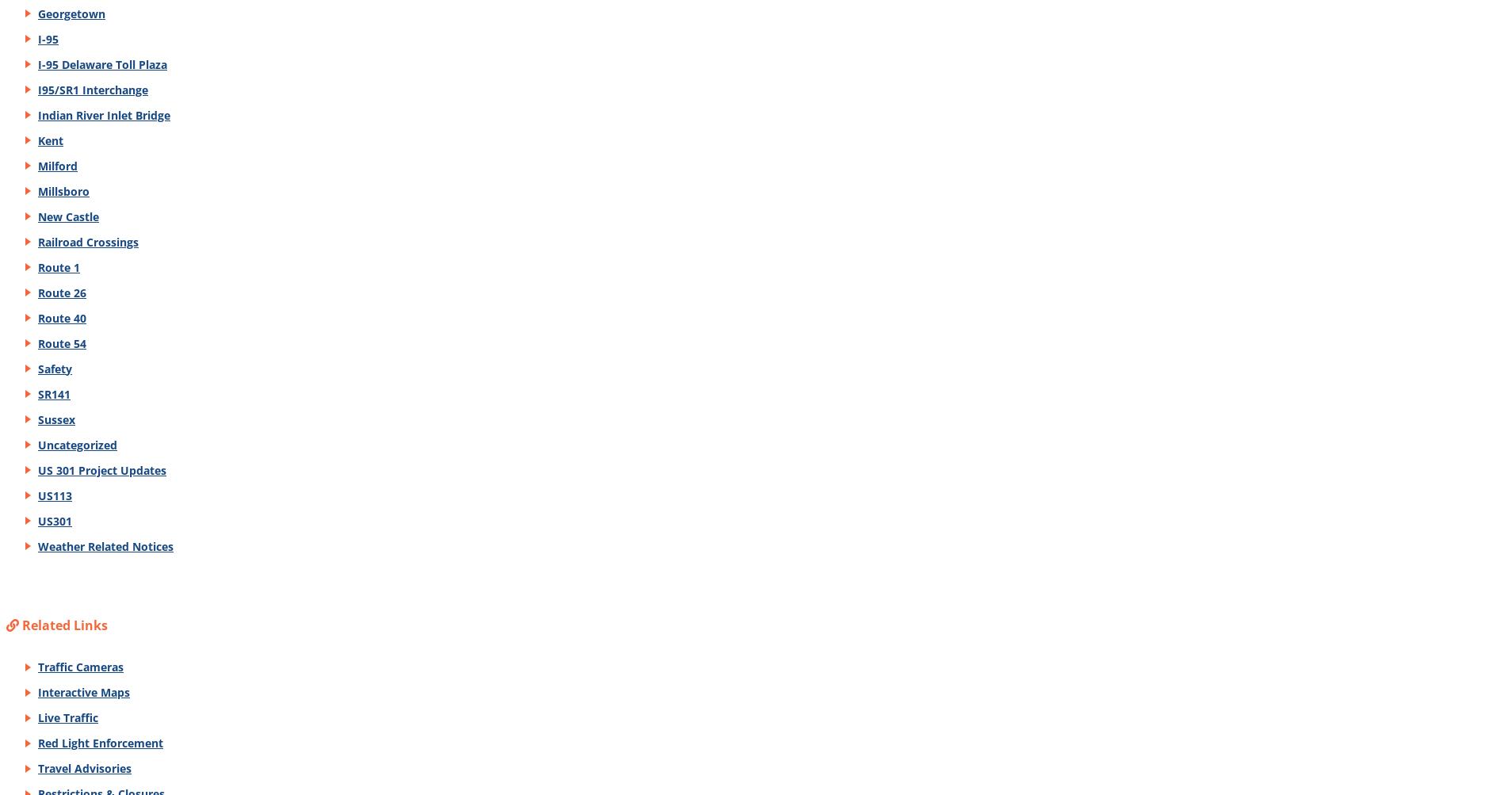 The image size is (1512, 795). Describe the element at coordinates (92, 88) in the screenshot. I see `'I95/SR1 Interchange'` at that location.